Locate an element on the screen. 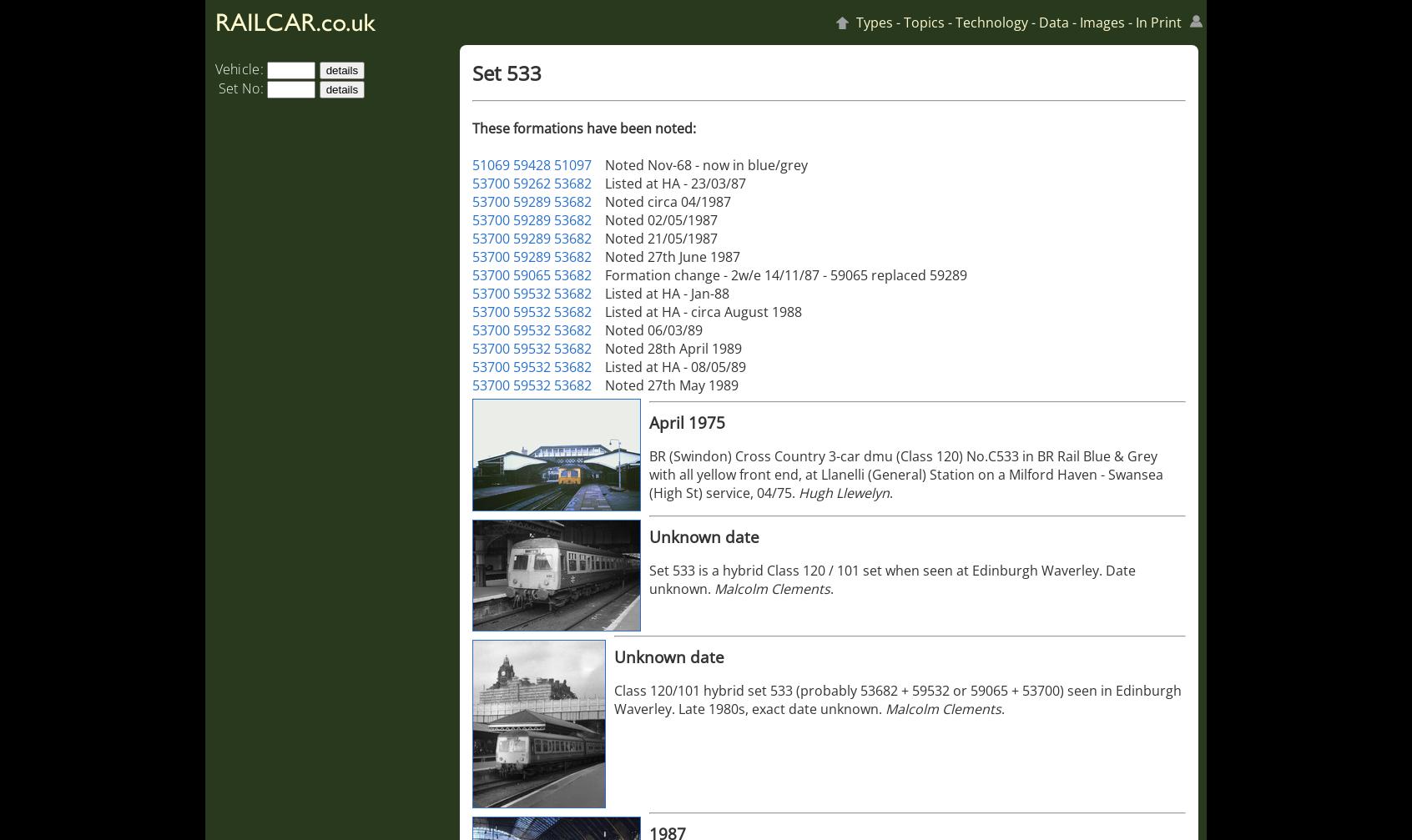 Image resolution: width=1412 pixels, height=840 pixels. 'Set No:' is located at coordinates (240, 88).